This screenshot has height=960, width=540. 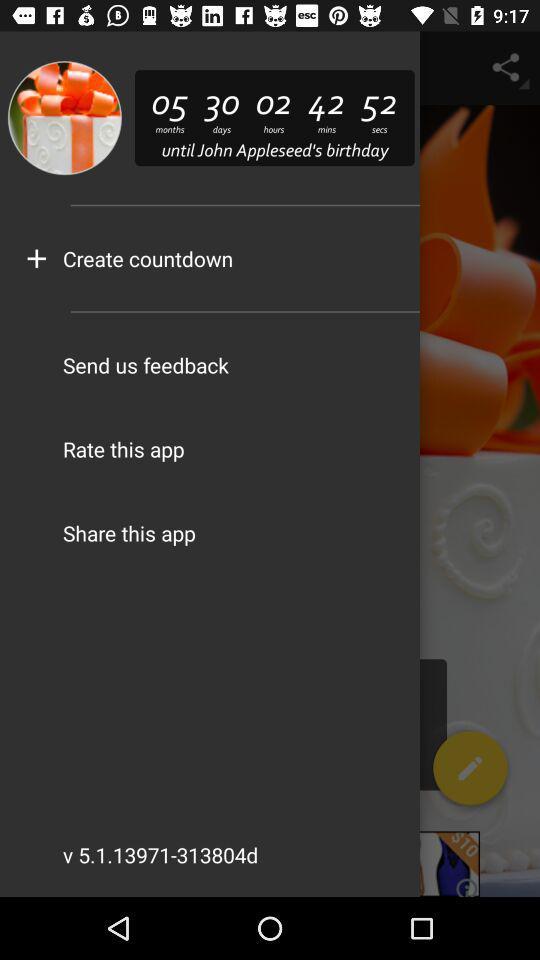 What do you see at coordinates (470, 771) in the screenshot?
I see `the edit icon` at bounding box center [470, 771].